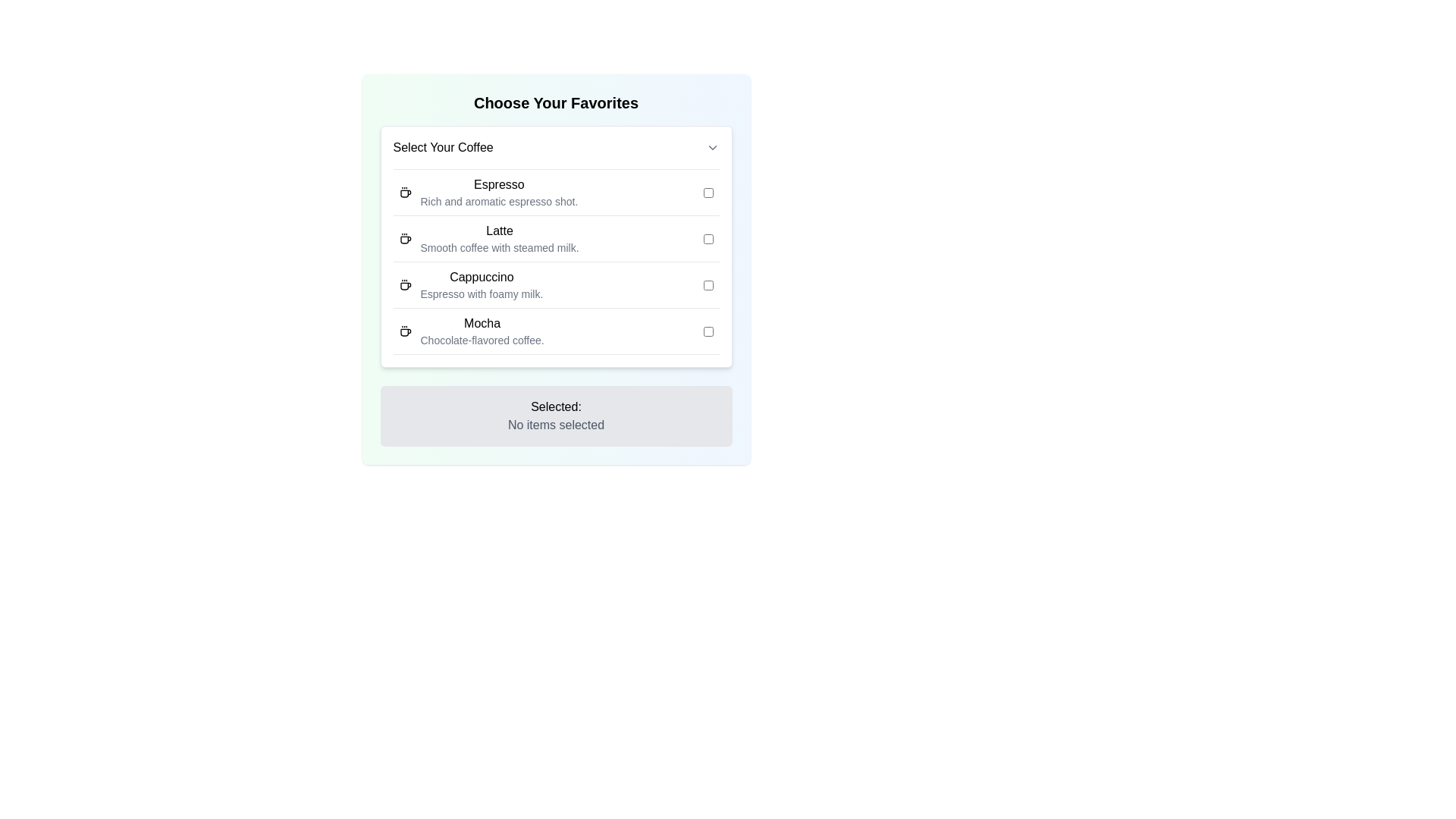 This screenshot has height=819, width=1456. Describe the element at coordinates (470, 284) in the screenshot. I see `the 'Cappuccino' coffee choice item` at that location.